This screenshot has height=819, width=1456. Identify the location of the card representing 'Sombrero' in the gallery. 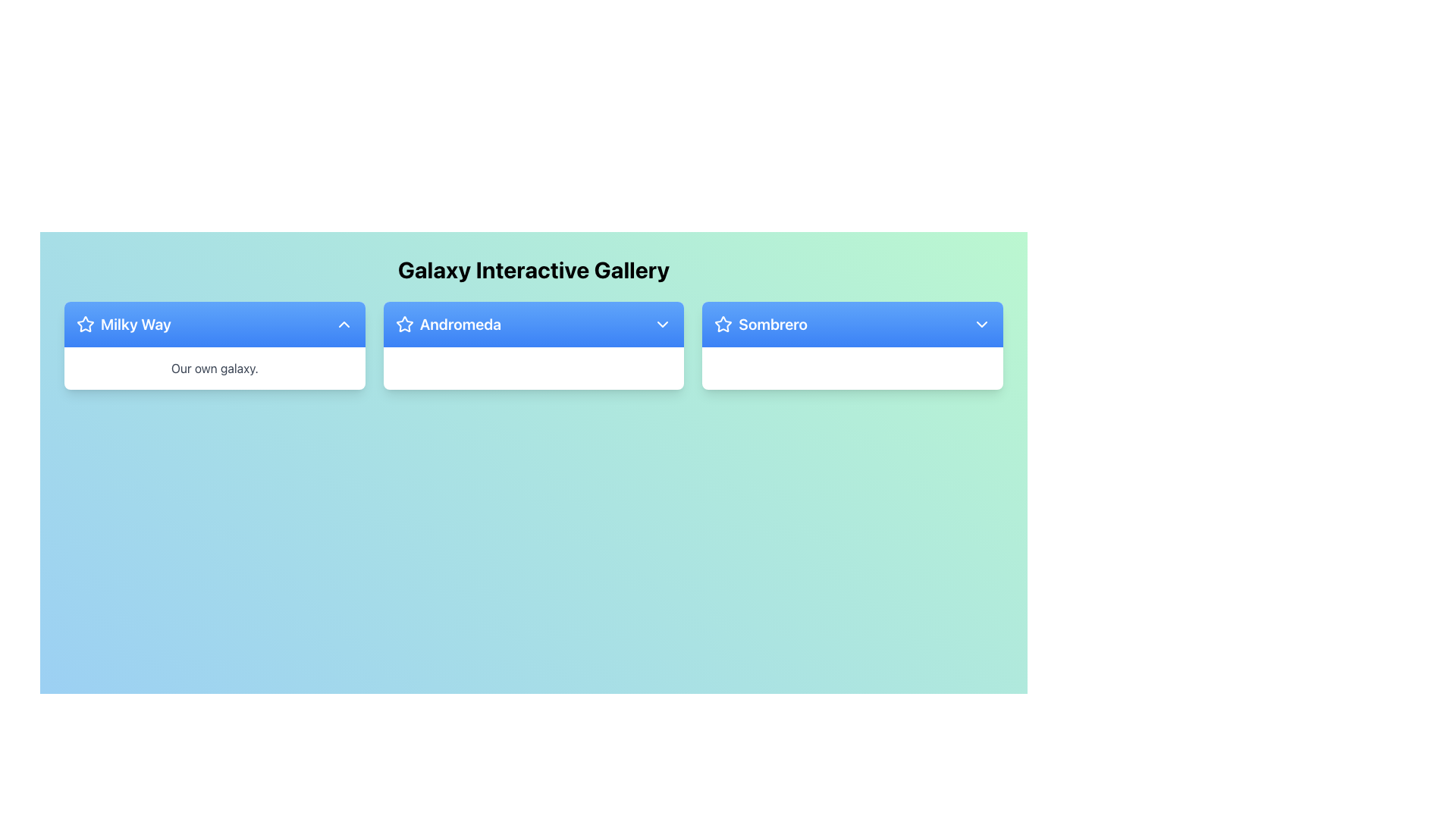
(852, 345).